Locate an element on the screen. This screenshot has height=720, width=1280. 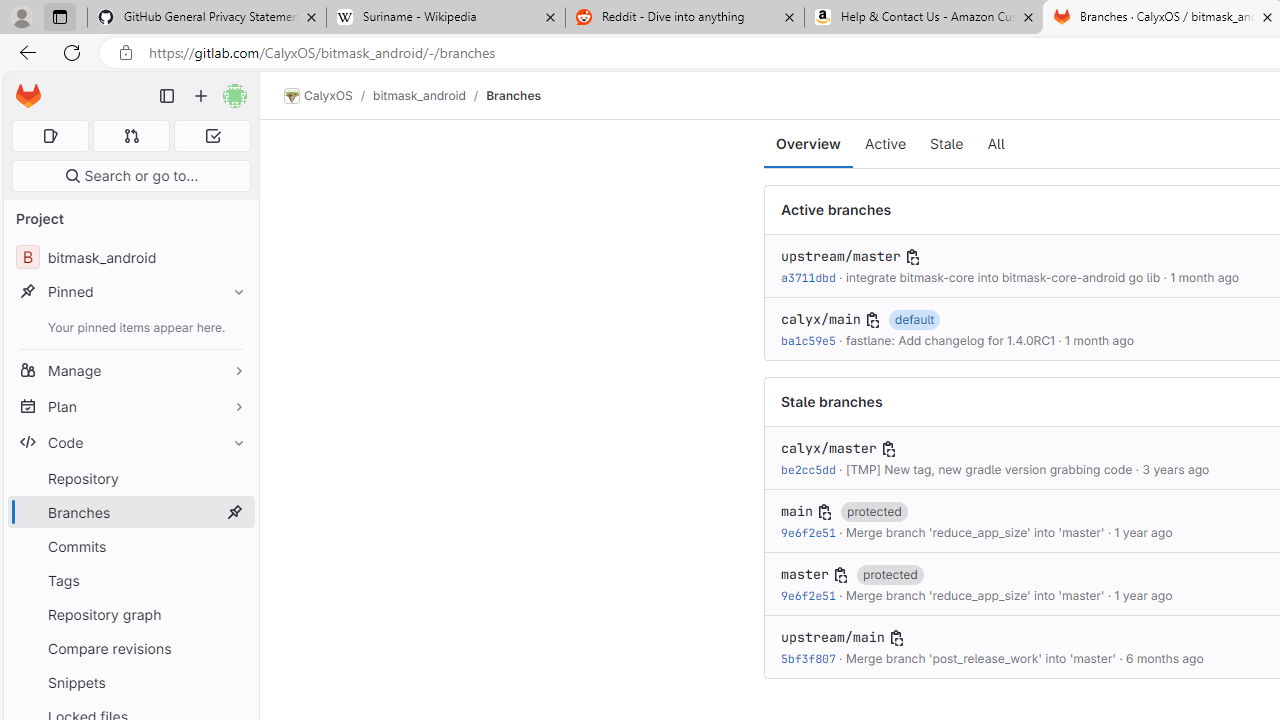
'Snippets' is located at coordinates (130, 681).